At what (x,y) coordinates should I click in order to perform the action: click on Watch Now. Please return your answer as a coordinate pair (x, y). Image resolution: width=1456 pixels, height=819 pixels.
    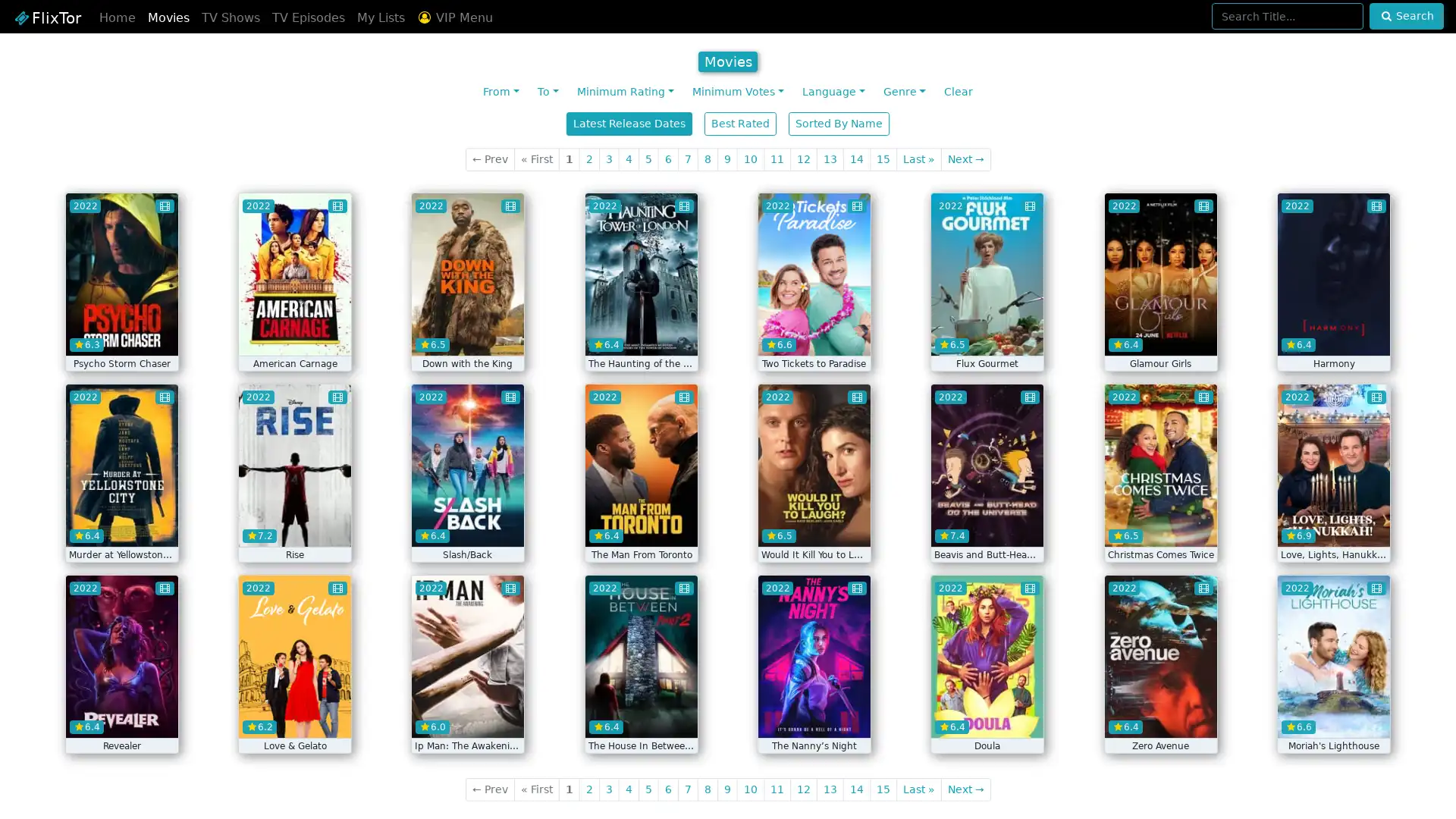
    Looking at the image, I should click on (813, 523).